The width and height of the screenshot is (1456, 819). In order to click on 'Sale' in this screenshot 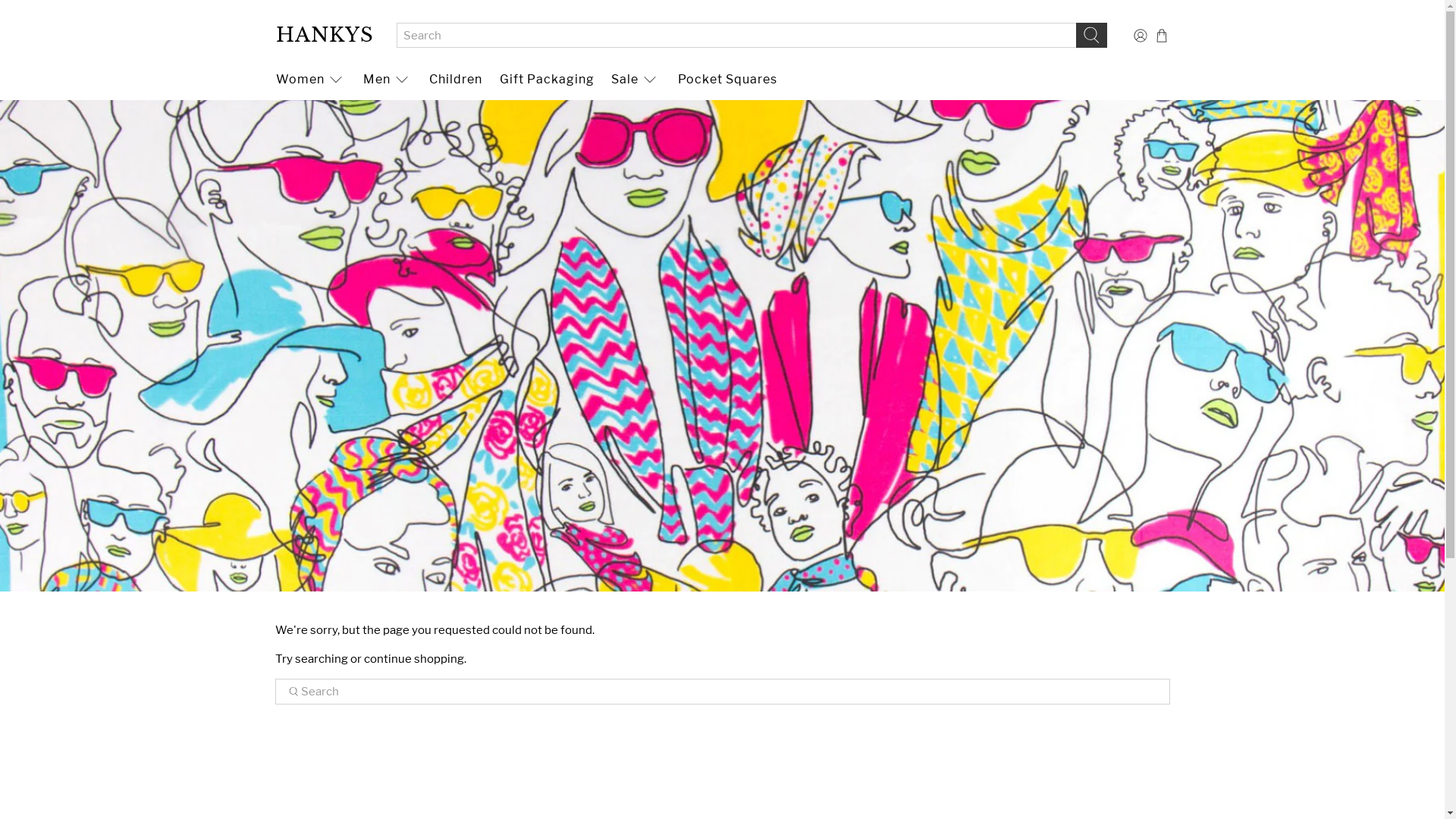, I will do `click(635, 79)`.